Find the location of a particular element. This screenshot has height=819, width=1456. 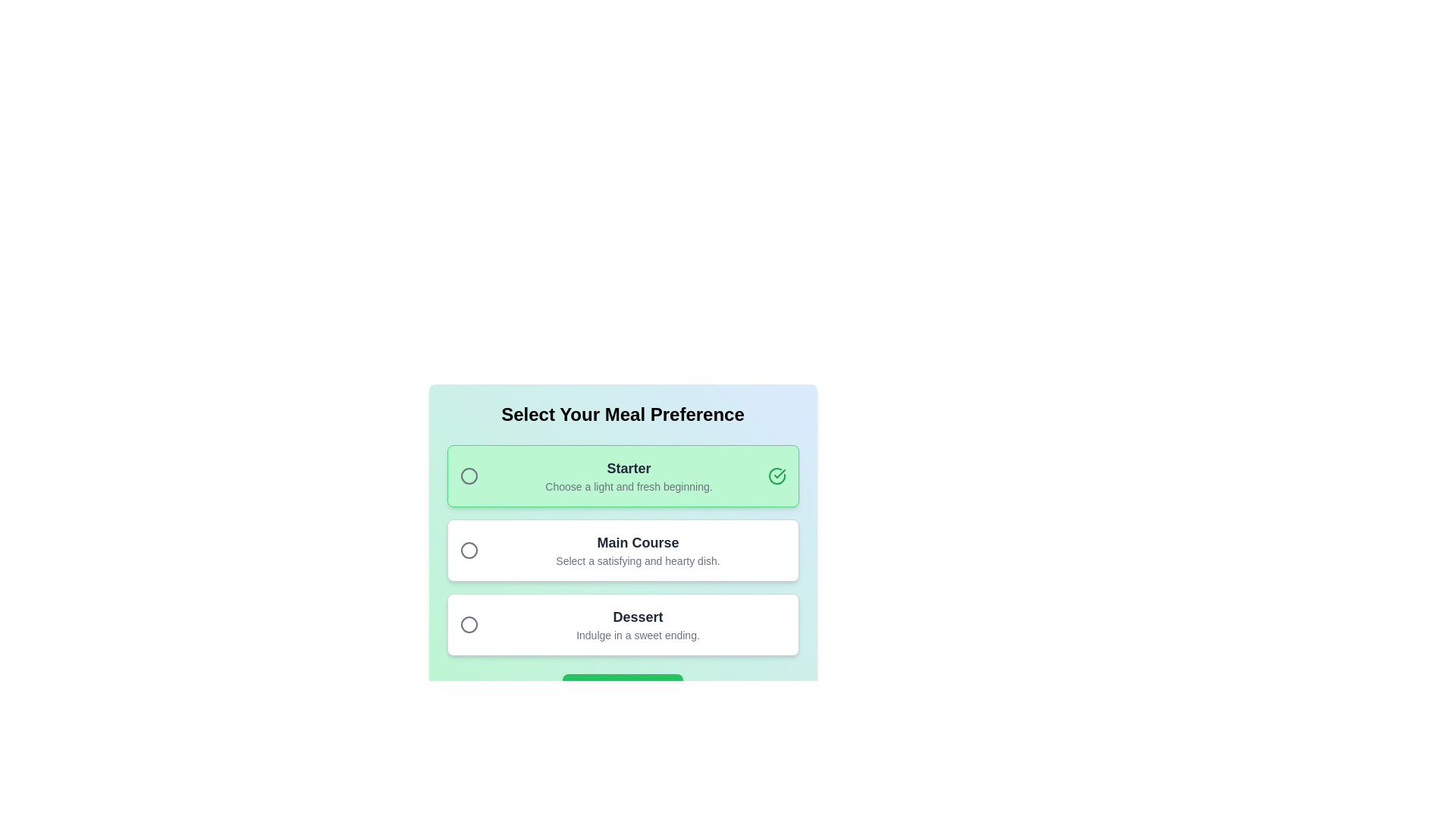

the 'Main Course' label which features a prominent heading and a descriptive text beneath, positioned in the second item of a vertically stacked menu is located at coordinates (638, 550).